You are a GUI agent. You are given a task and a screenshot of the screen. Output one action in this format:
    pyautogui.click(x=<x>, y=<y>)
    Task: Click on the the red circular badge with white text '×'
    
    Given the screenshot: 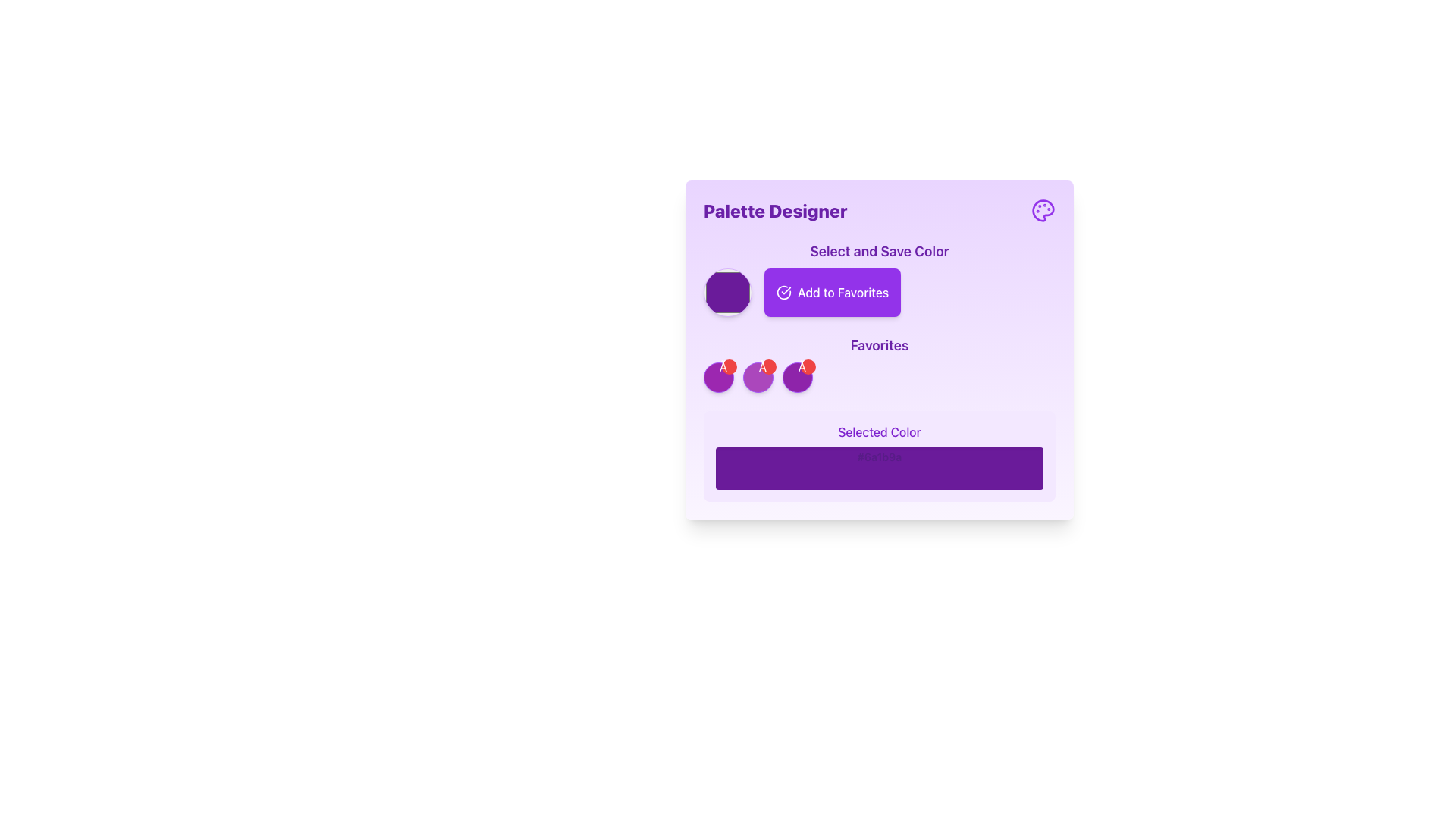 What is the action you would take?
    pyautogui.click(x=768, y=366)
    